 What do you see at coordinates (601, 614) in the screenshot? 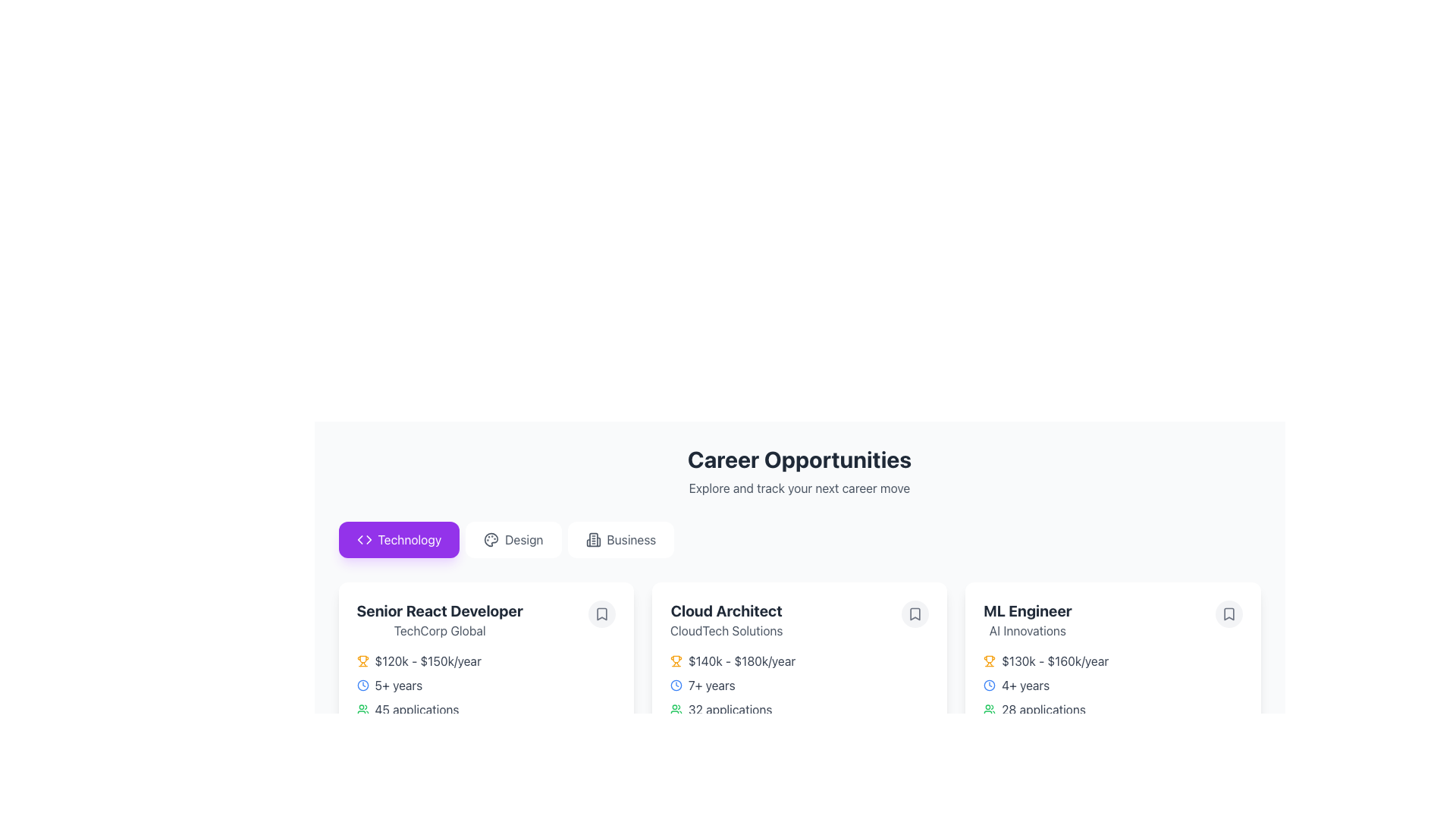
I see `the circular bookmark icon button with a white background and gray border located in the top-right corner of the 'Senior React Developer' job listing at TechCorp Global to bookmark the job` at bounding box center [601, 614].